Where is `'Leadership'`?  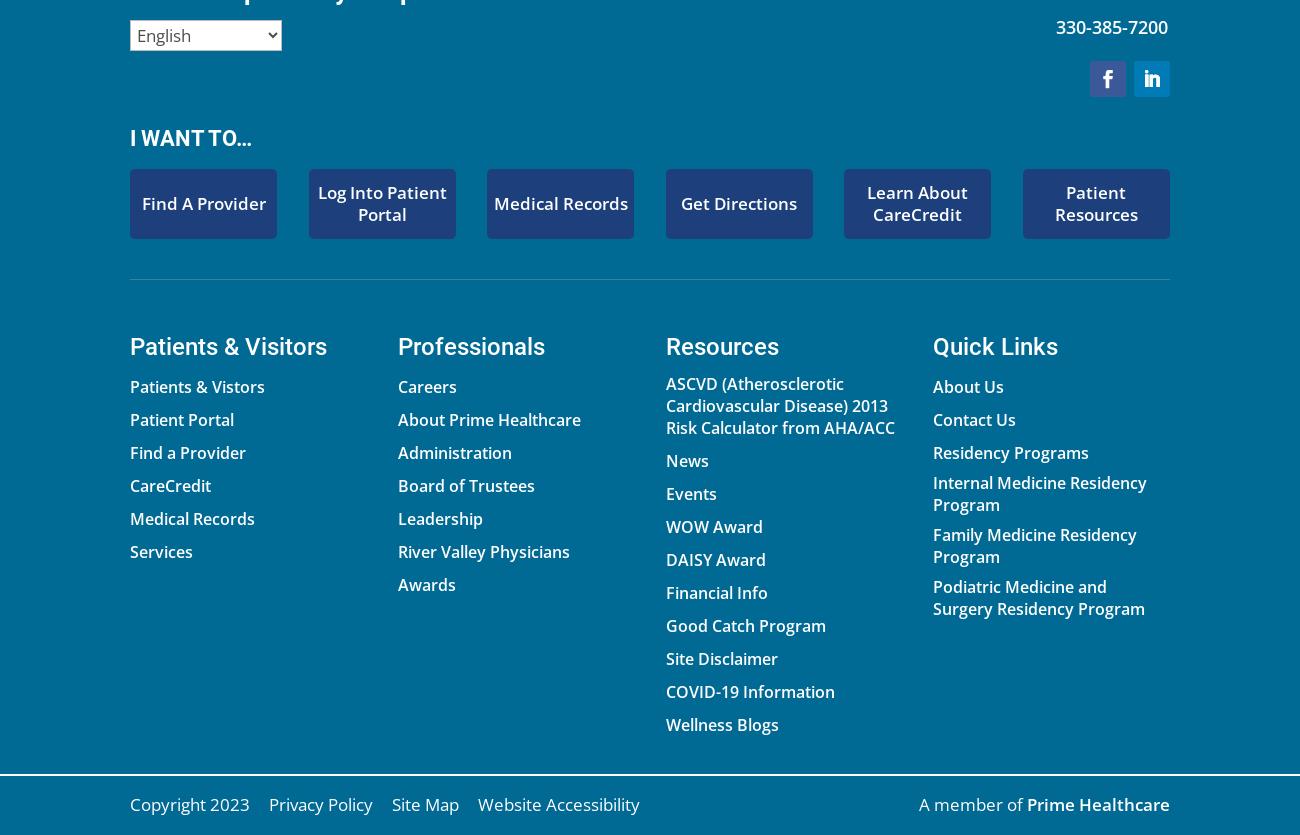 'Leadership' is located at coordinates (438, 519).